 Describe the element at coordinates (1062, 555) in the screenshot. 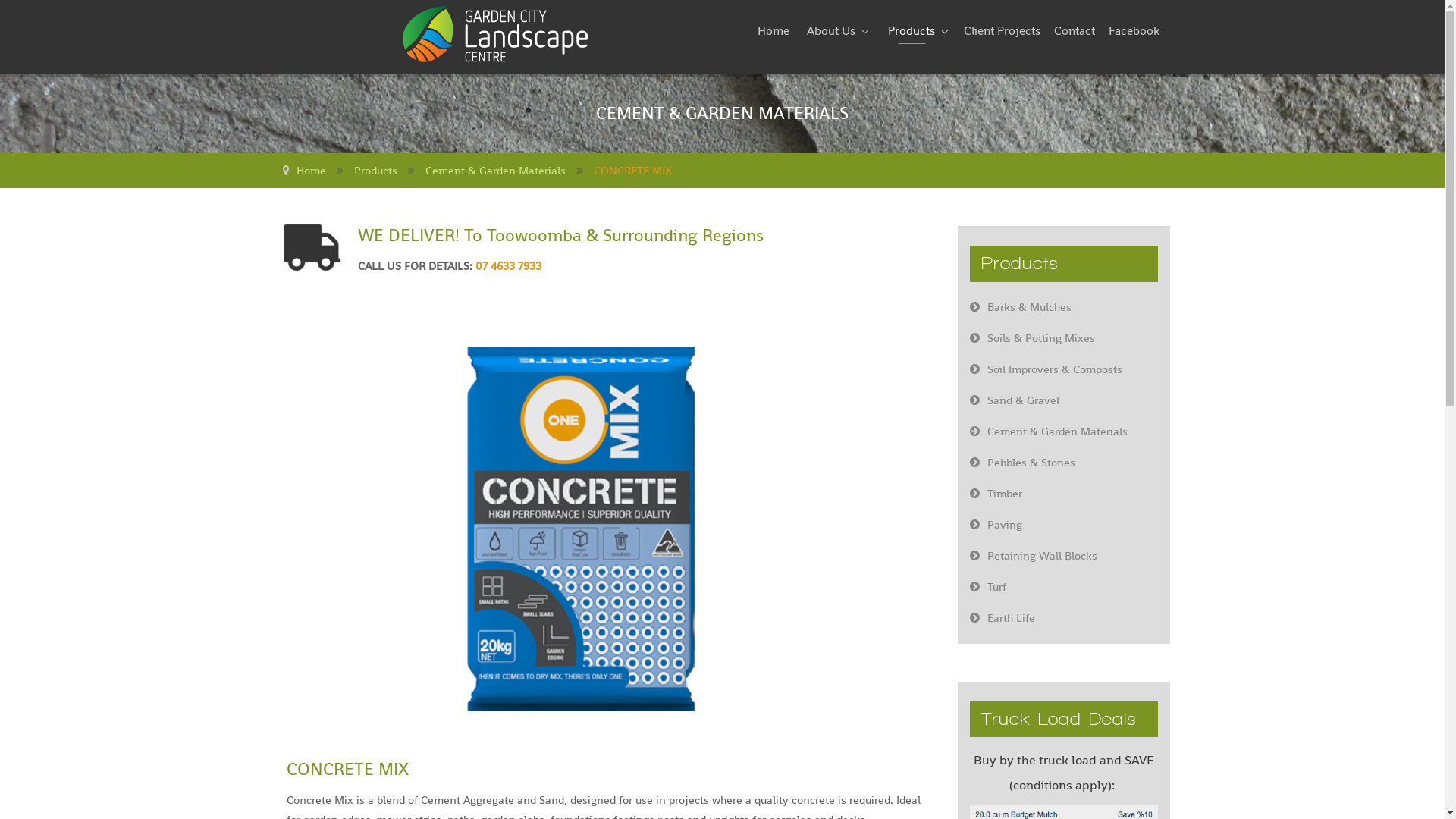

I see `'Retaining Wall Blocks'` at that location.